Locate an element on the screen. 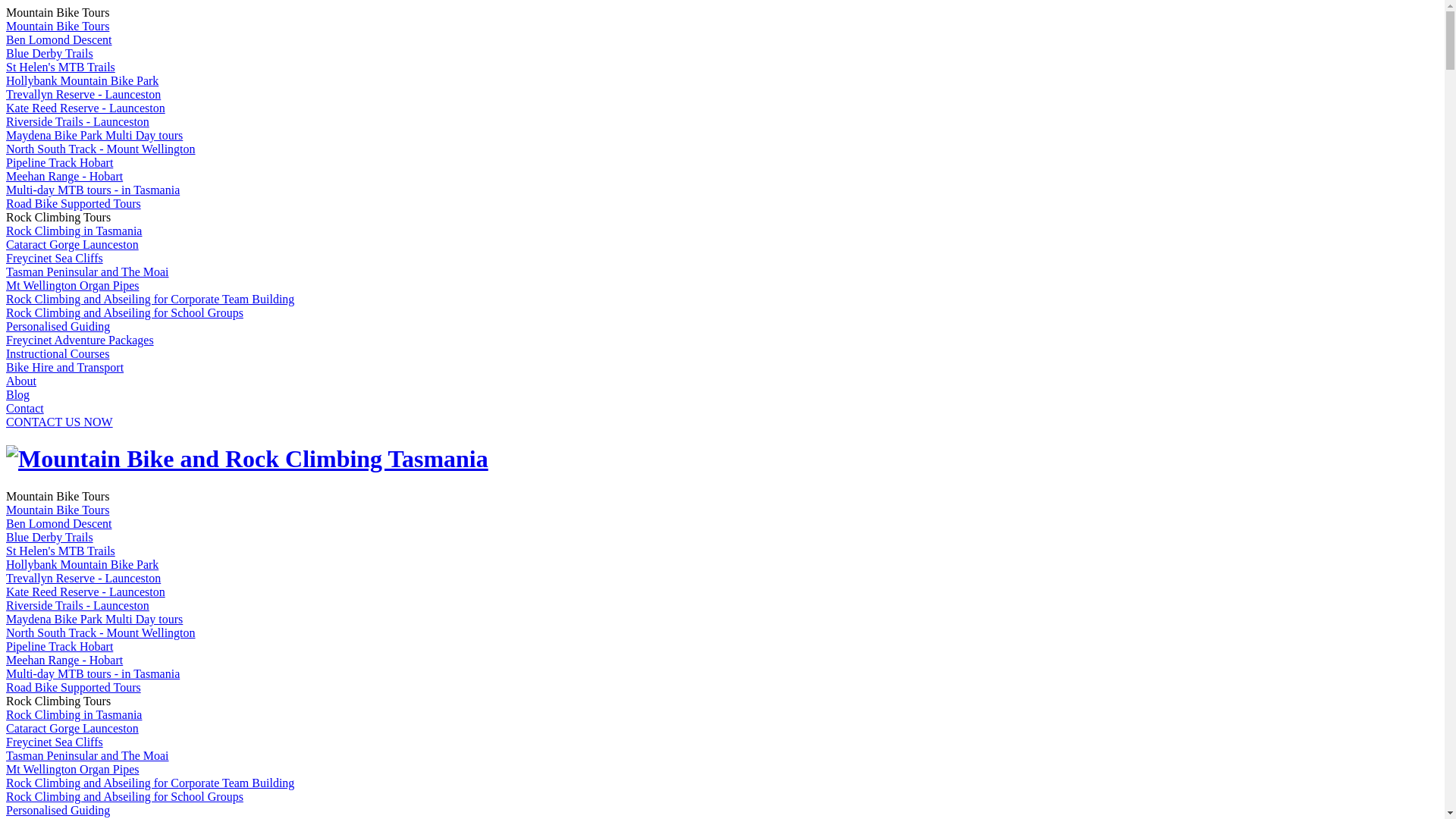 The image size is (1456, 819). 'Rock Climbing and Abseiling for Corporate Team Building' is located at coordinates (6, 783).